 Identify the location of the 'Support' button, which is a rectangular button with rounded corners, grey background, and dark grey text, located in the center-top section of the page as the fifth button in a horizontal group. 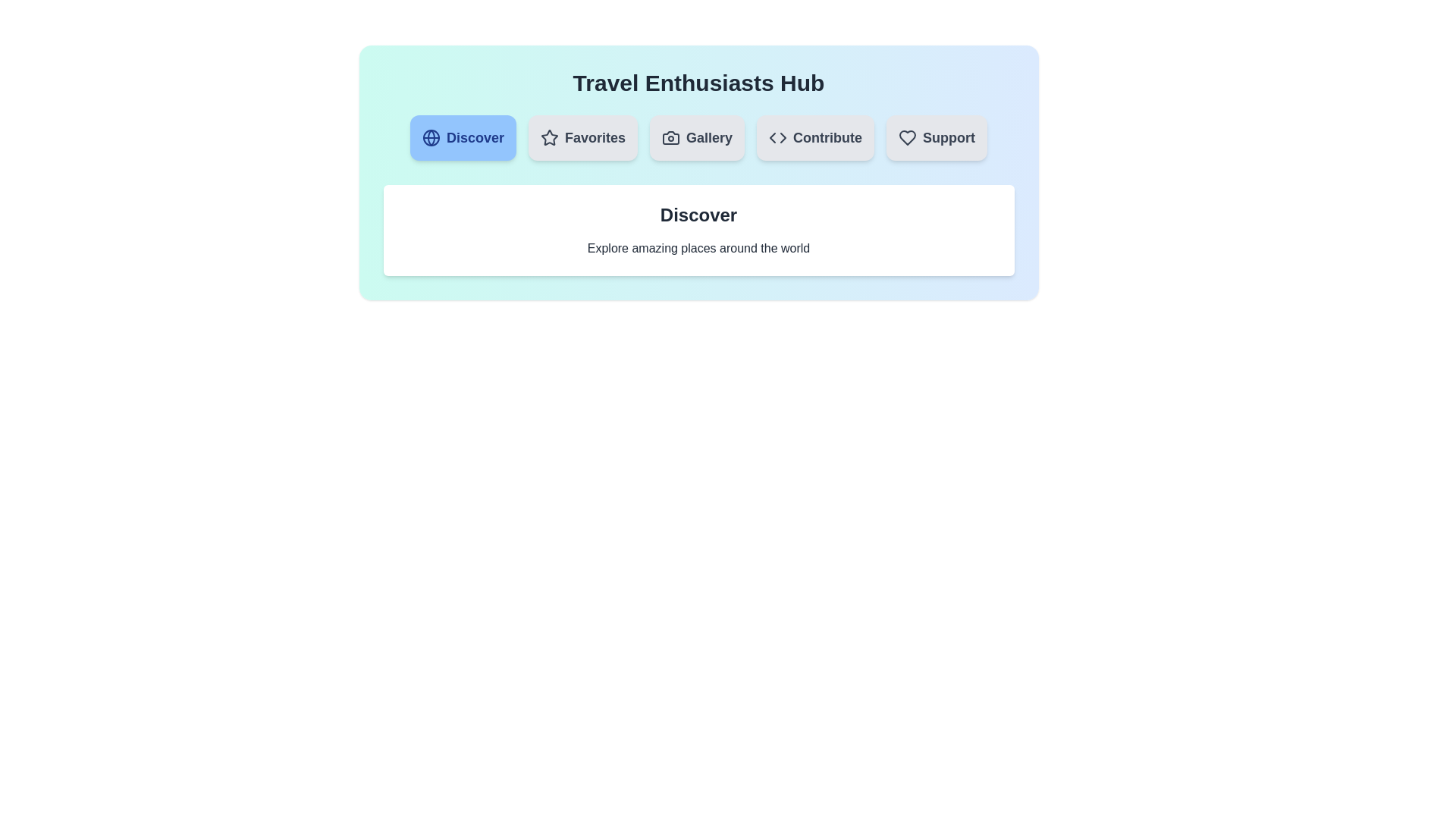
(936, 137).